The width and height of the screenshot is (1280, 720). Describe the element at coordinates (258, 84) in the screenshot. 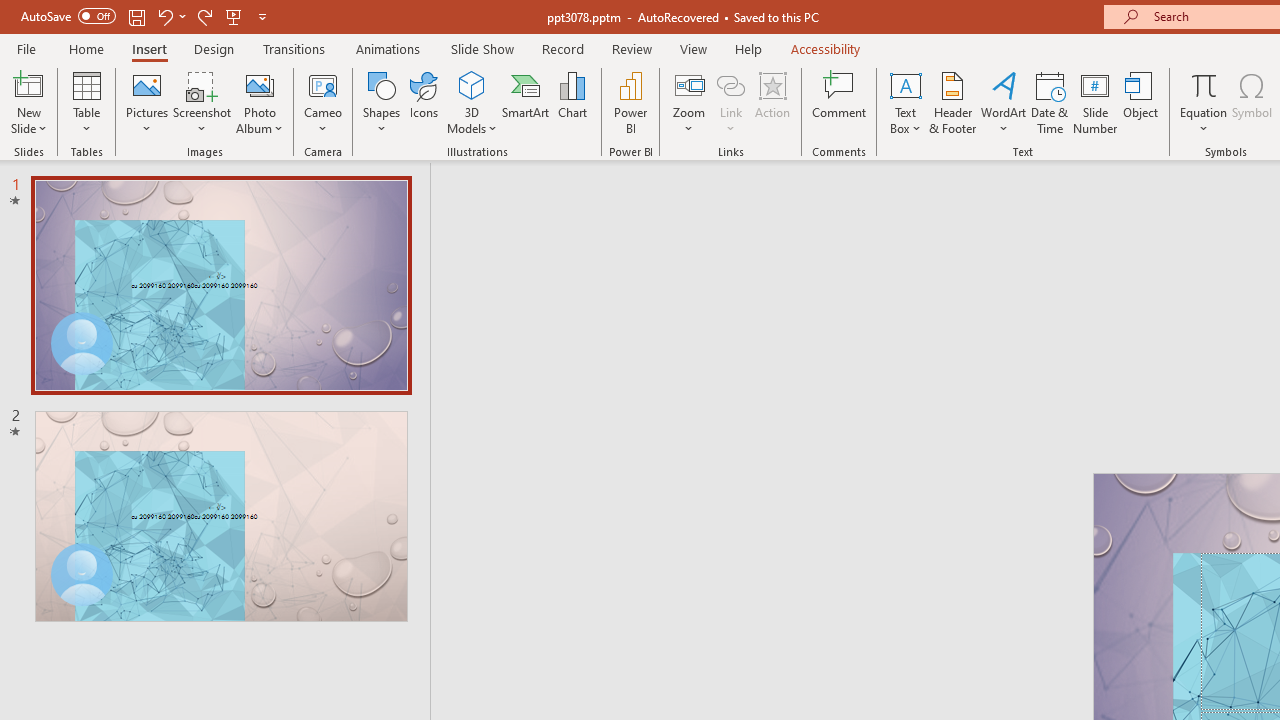

I see `'New Photo Album...'` at that location.